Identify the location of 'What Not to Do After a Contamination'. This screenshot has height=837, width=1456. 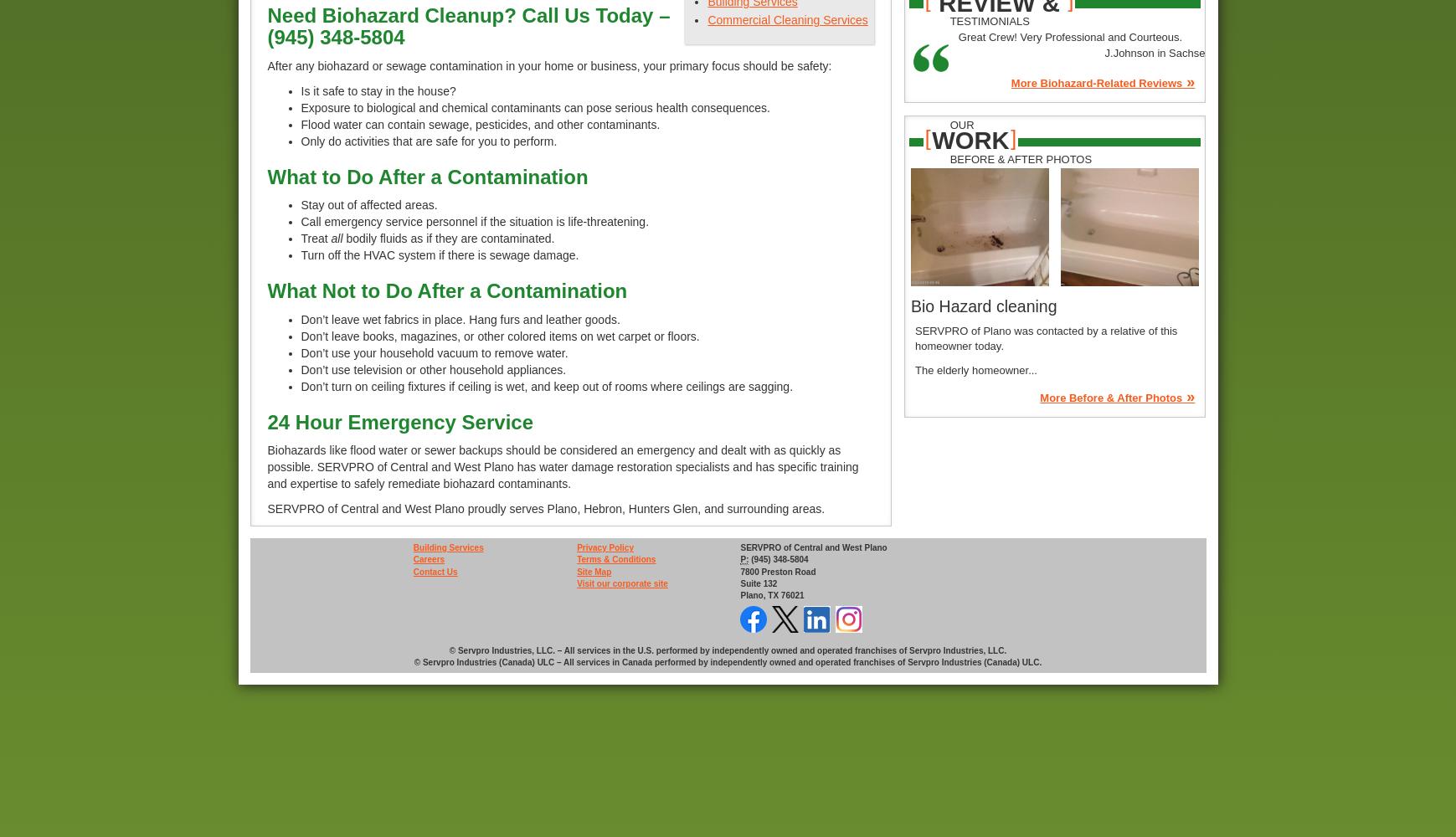
(266, 290).